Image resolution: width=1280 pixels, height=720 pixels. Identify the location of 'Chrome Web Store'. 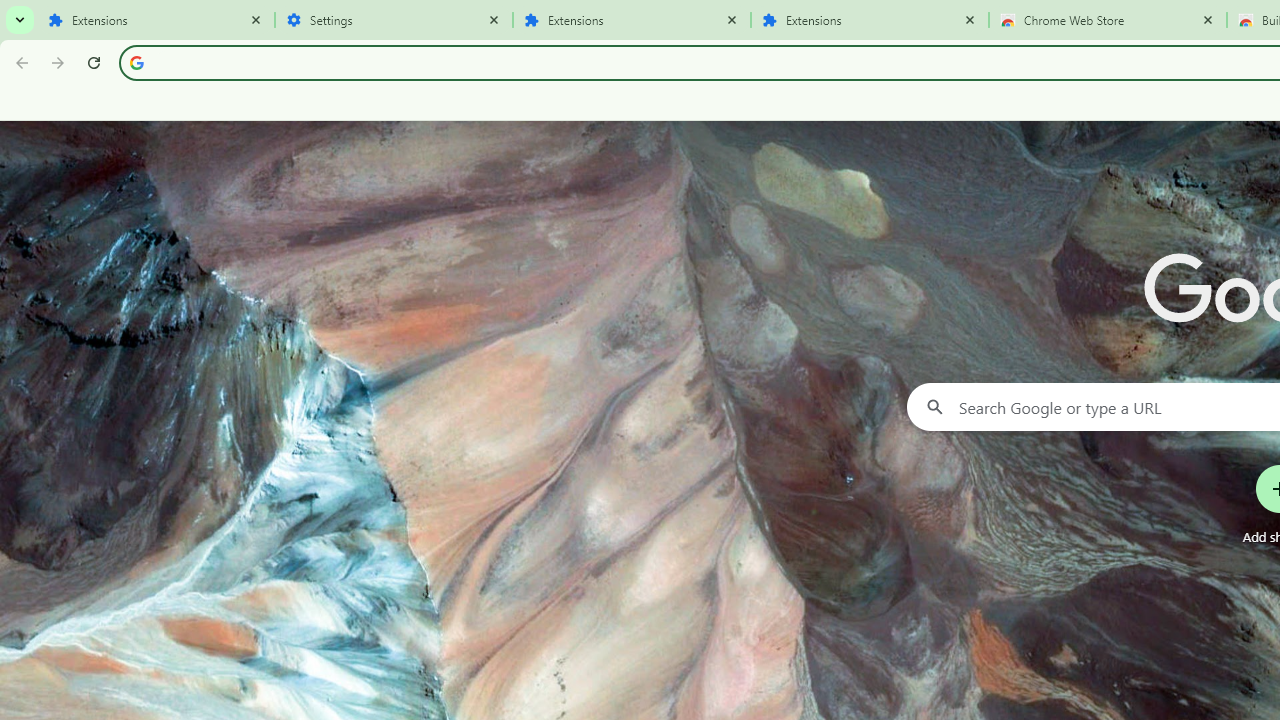
(1107, 20).